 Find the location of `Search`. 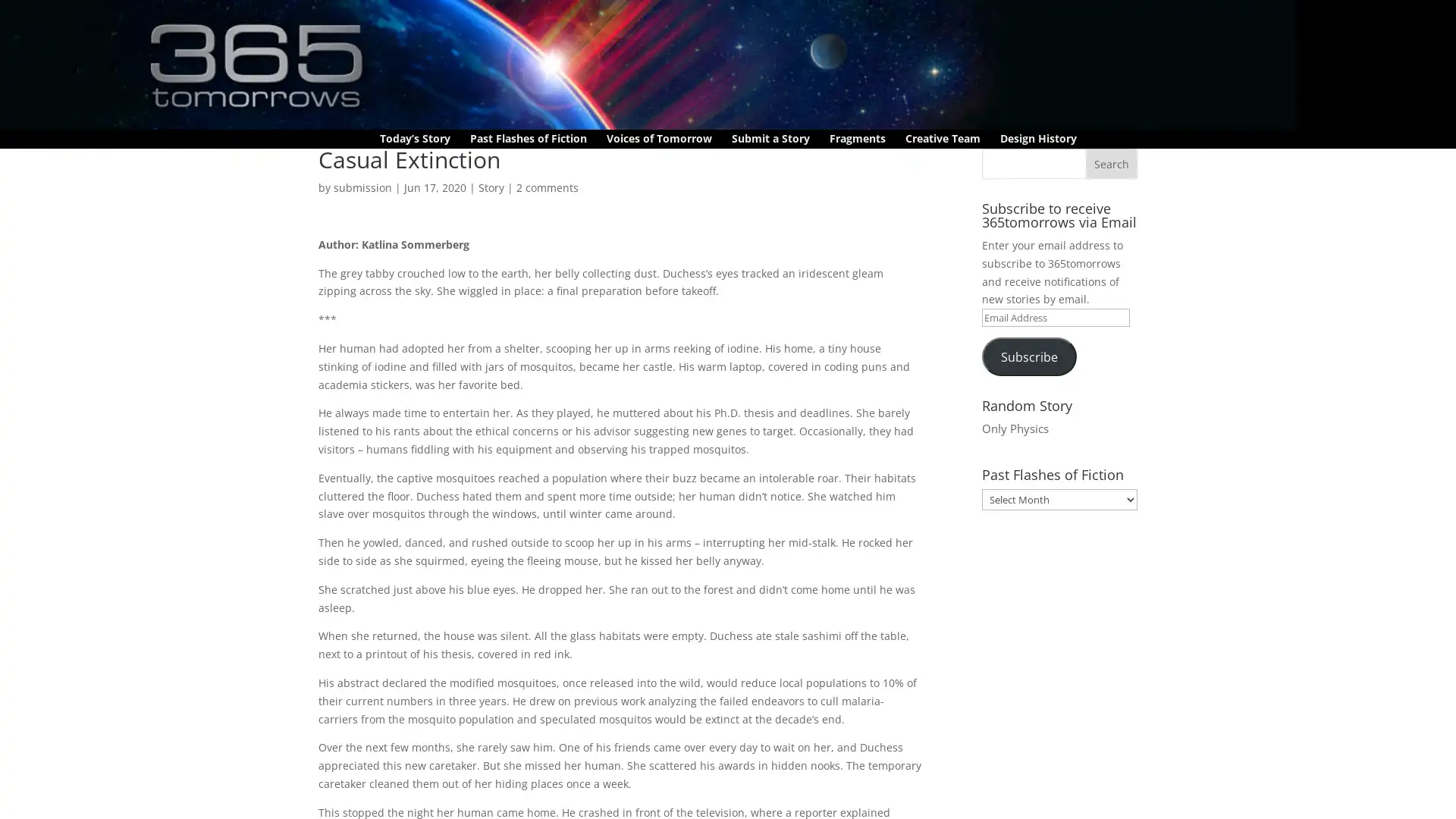

Search is located at coordinates (1111, 207).